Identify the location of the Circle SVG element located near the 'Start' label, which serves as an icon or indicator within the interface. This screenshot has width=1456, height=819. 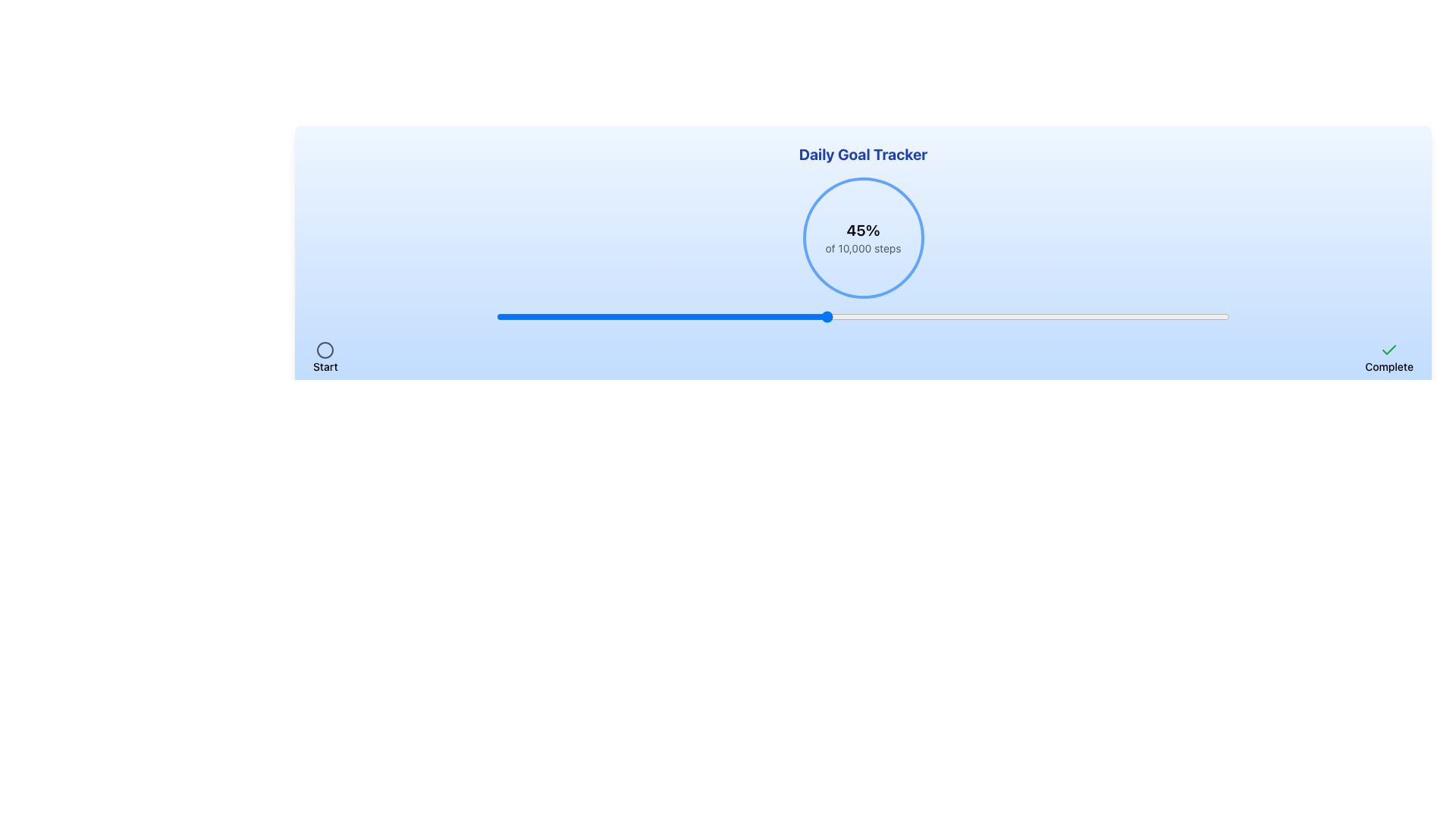
(325, 350).